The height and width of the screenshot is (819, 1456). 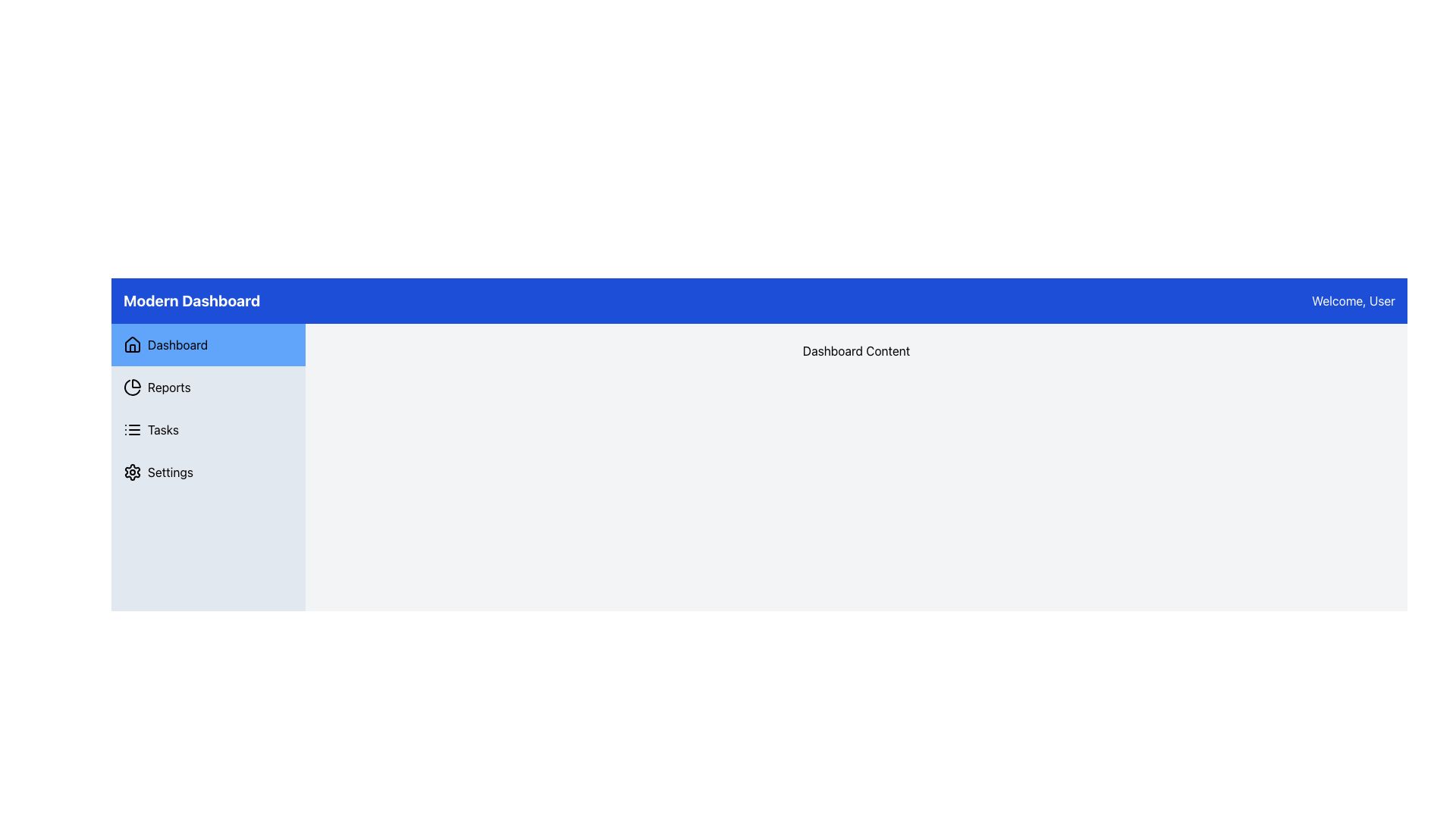 What do you see at coordinates (177, 345) in the screenshot?
I see `the 'Dashboard' text label, which is styled with a class attribute of 'ml-2' and positioned to the right of the home icon in the sidebar navigation panel` at bounding box center [177, 345].